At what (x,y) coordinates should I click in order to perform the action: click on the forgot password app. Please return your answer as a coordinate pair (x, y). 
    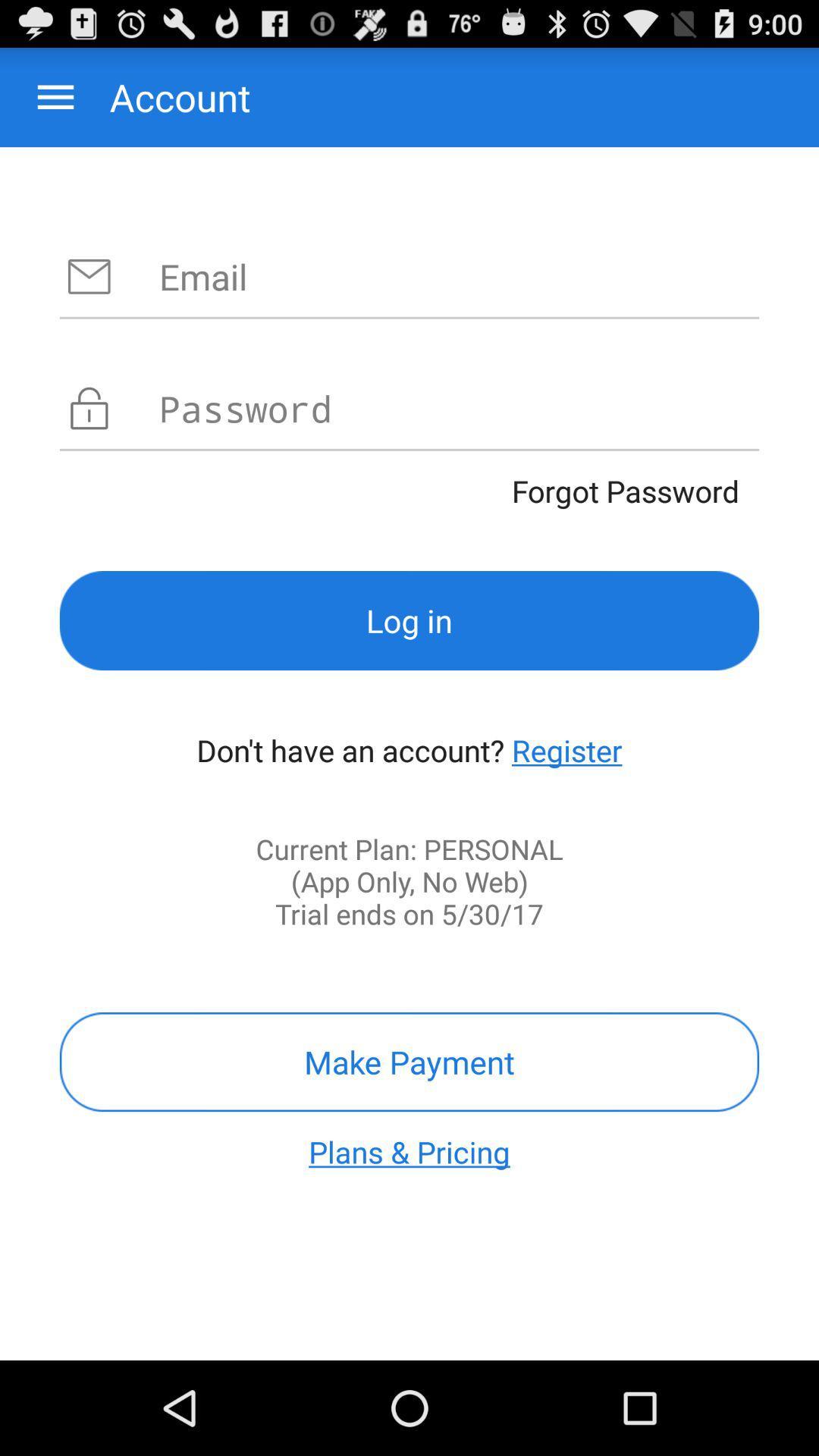
    Looking at the image, I should click on (409, 491).